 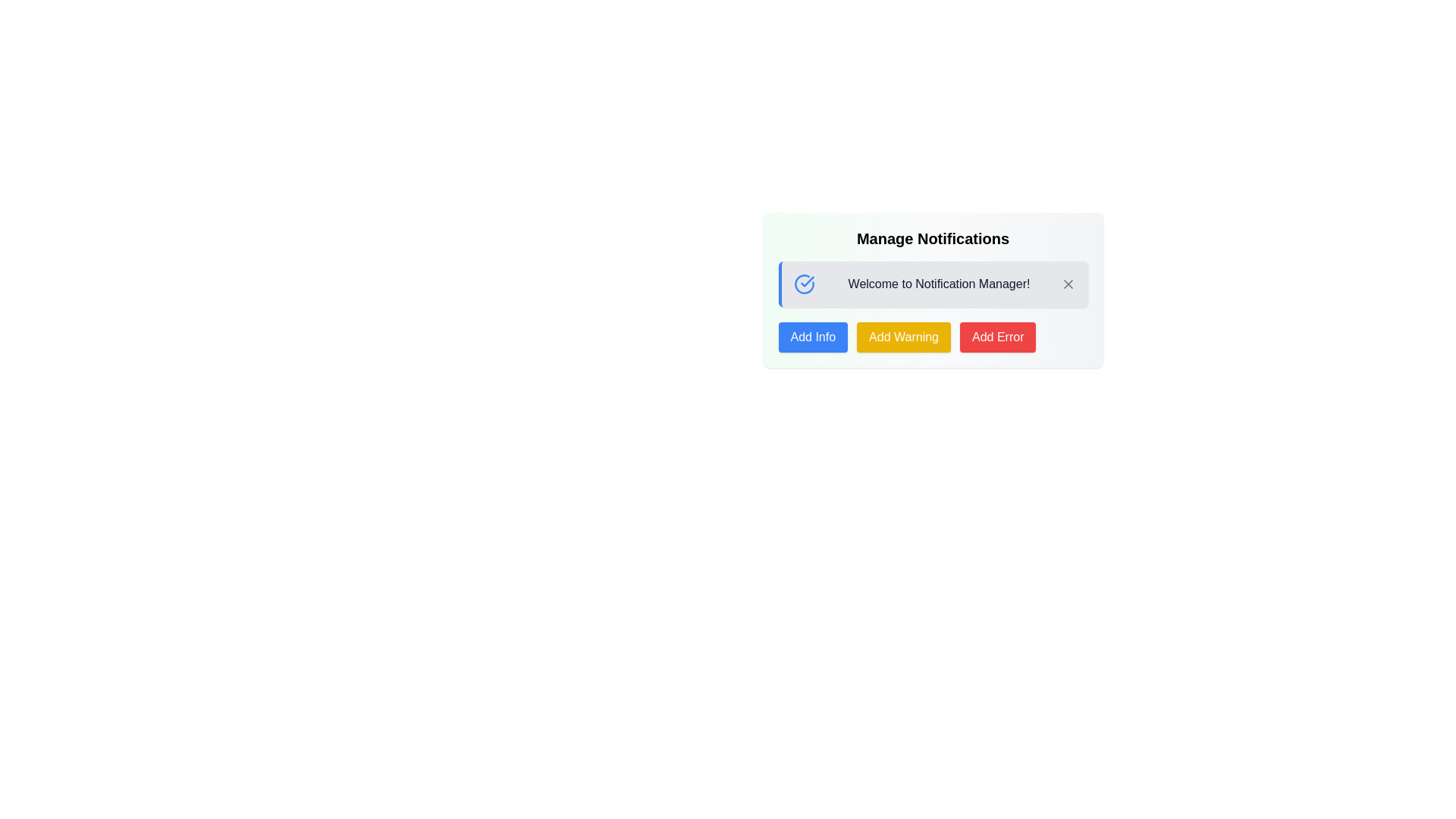 I want to click on the Notification component with a blue rounded border and the text 'Welcome to Notification Manager!' for additional actions, so click(x=932, y=284).